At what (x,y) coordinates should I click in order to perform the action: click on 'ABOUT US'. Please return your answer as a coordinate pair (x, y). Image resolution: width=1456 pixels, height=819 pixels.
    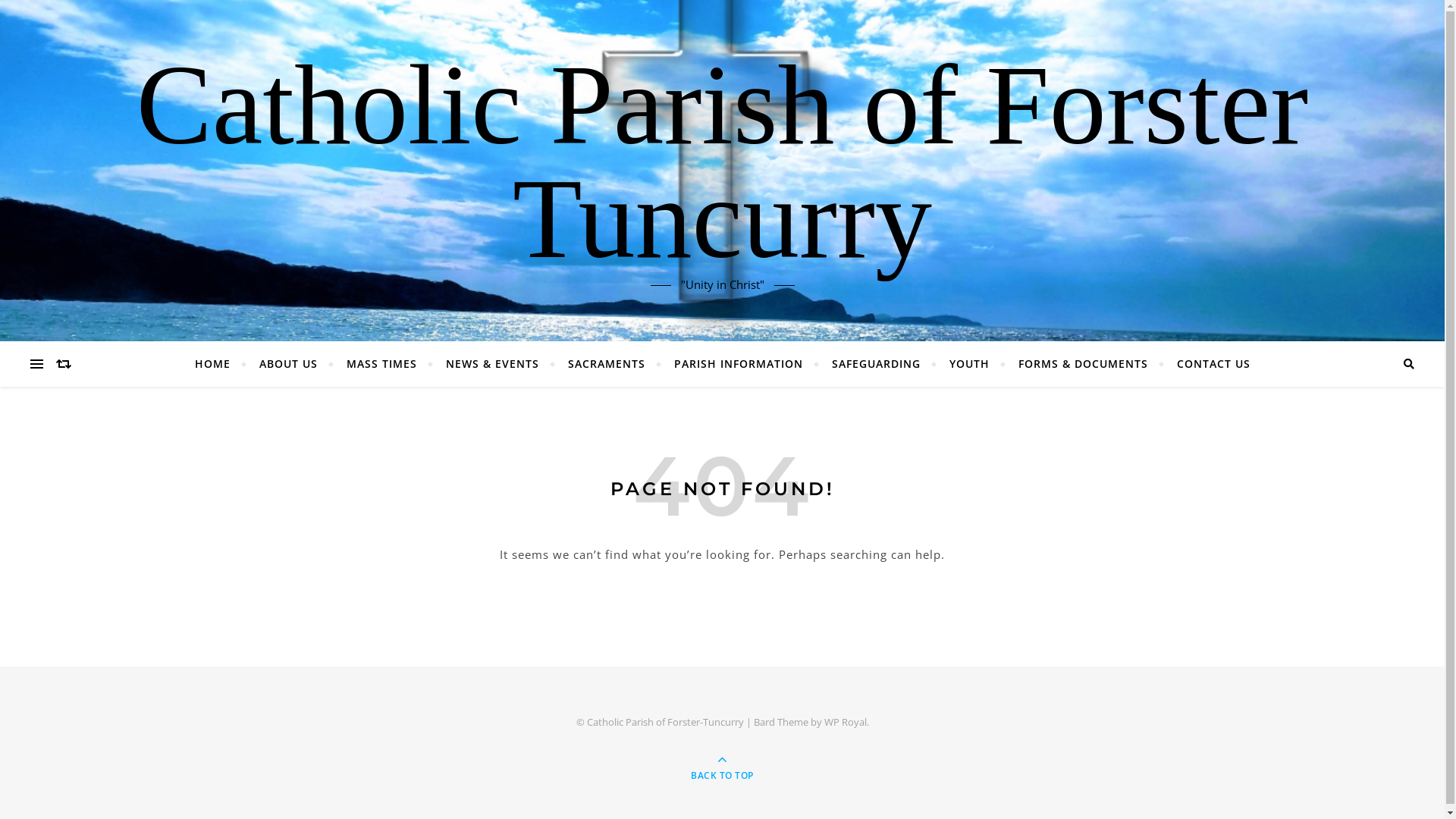
    Looking at the image, I should click on (246, 363).